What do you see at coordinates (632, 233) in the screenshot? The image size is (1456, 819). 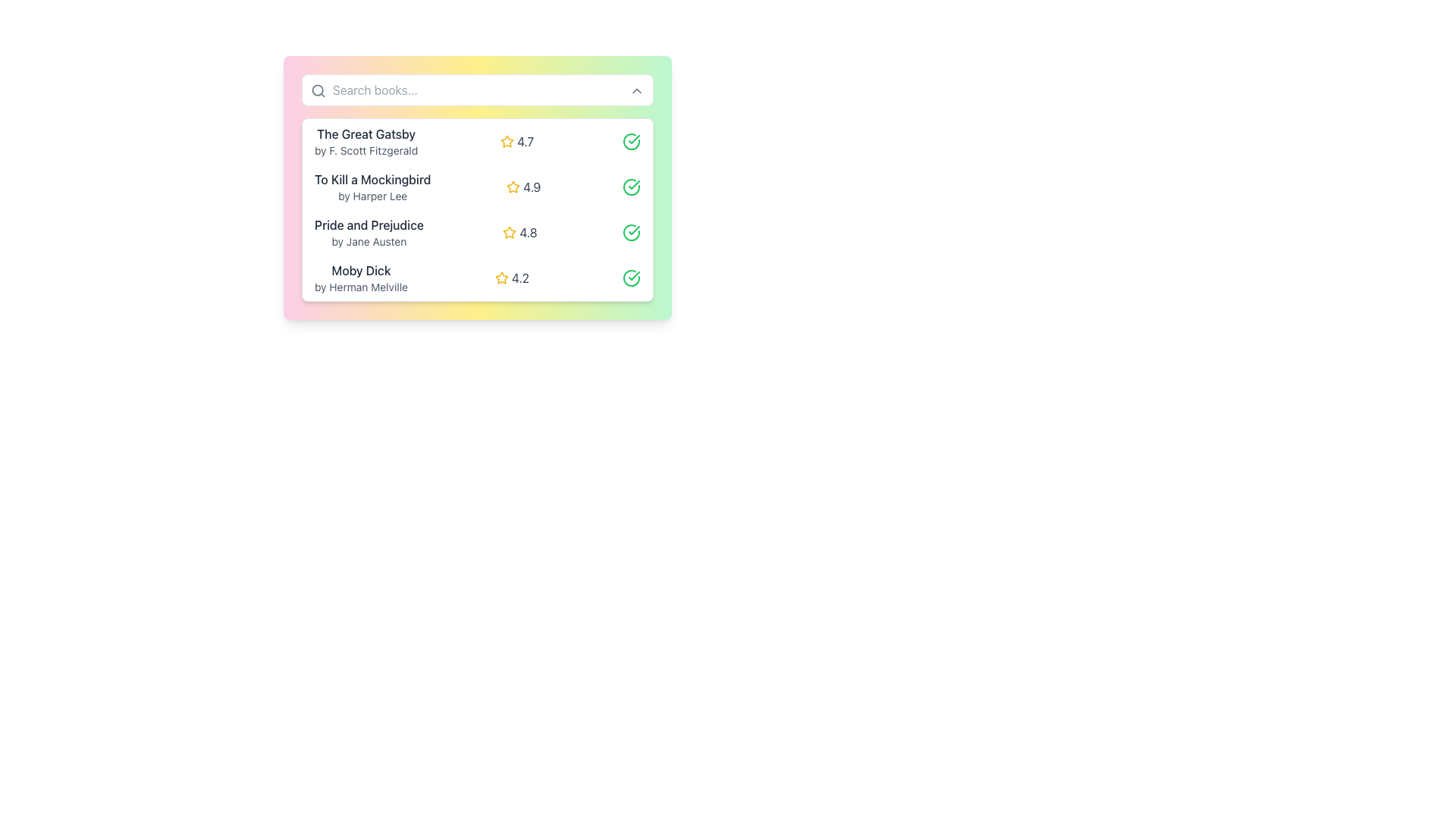 I see `the status indicator icon located to the right of 'Pride and Prejudice by Jane Austen' and near the rating '4.8'` at bounding box center [632, 233].